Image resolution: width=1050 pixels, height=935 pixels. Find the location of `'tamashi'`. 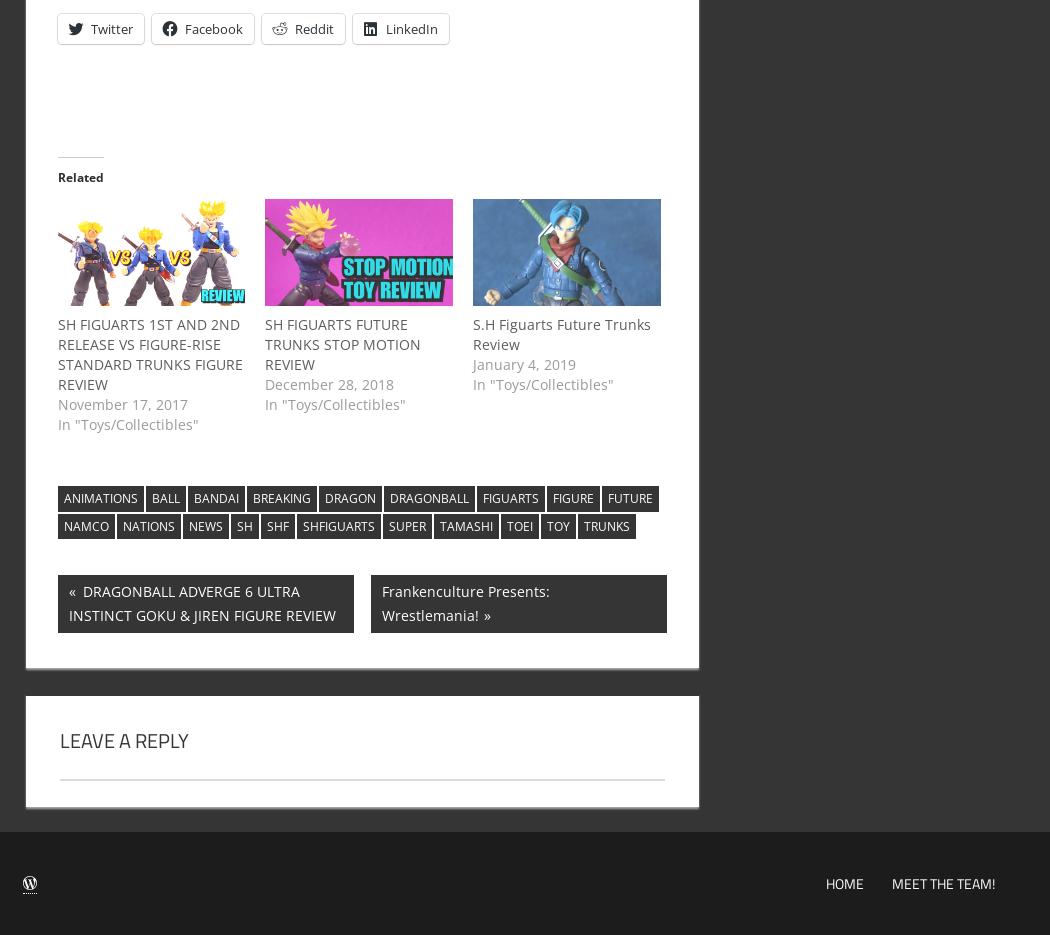

'tamashi' is located at coordinates (465, 525).